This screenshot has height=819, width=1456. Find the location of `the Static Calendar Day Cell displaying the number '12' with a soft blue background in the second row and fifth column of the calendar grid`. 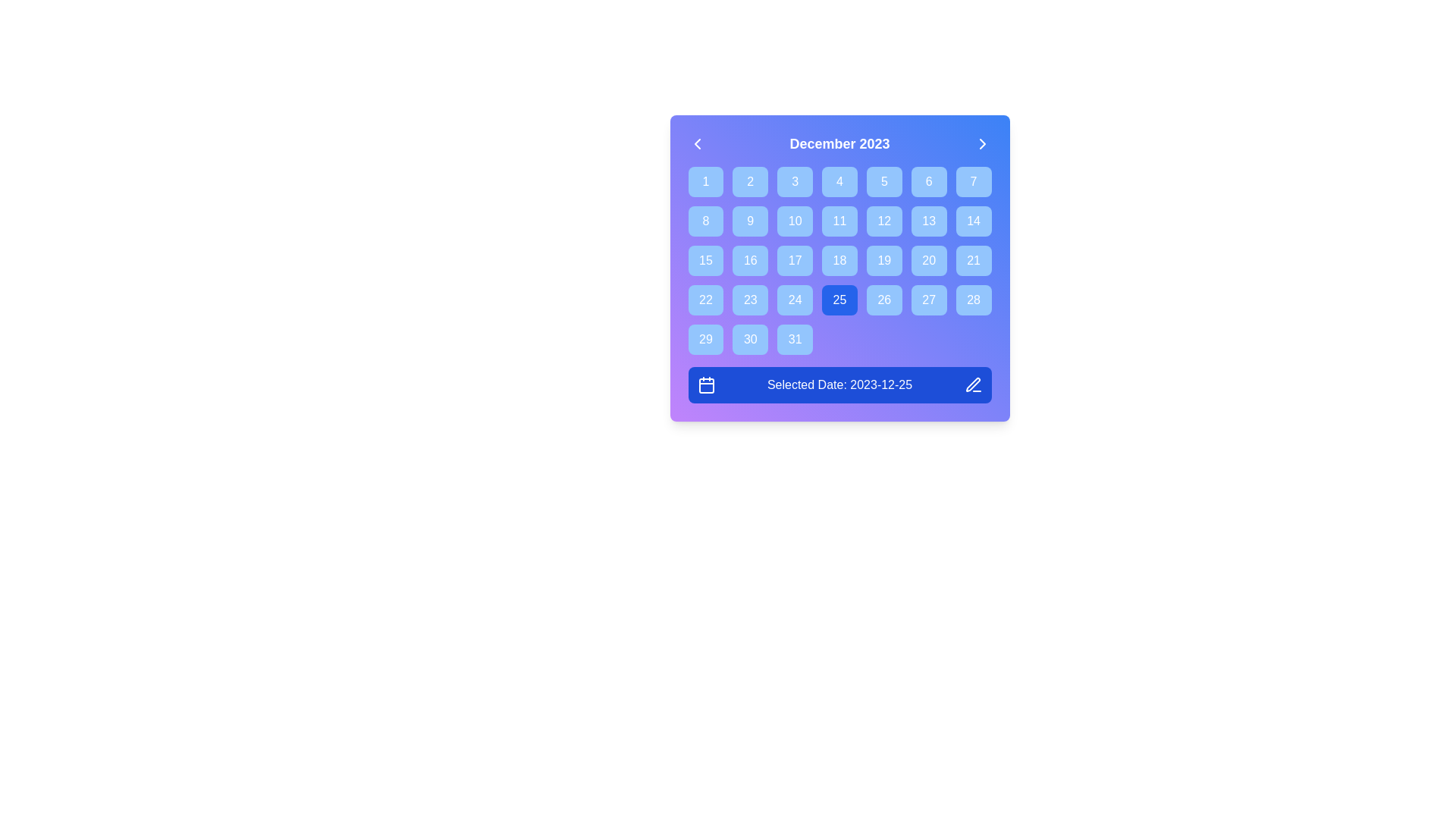

the Static Calendar Day Cell displaying the number '12' with a soft blue background in the second row and fifth column of the calendar grid is located at coordinates (884, 221).